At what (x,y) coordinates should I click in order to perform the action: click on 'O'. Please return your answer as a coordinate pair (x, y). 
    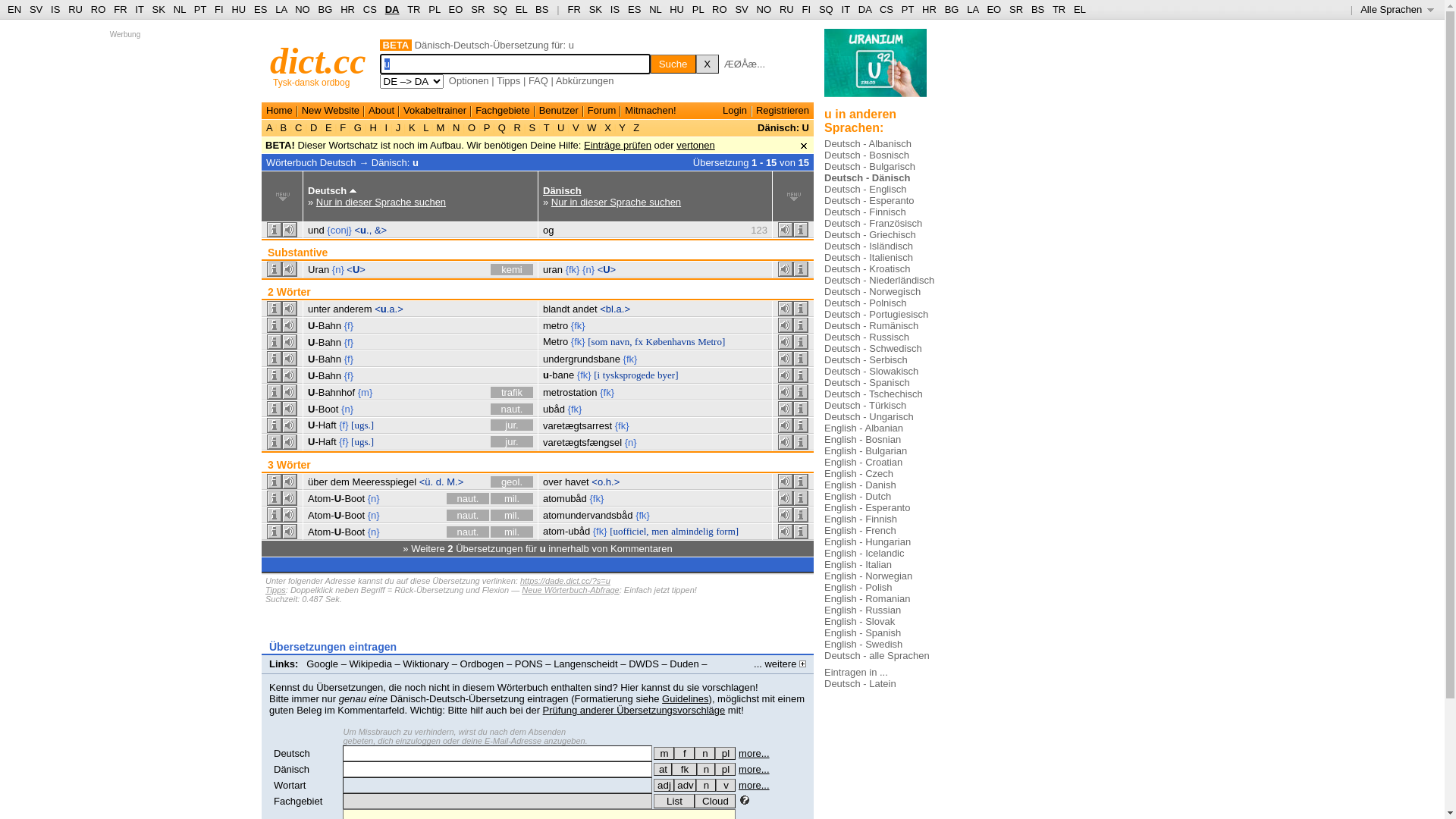
    Looking at the image, I should click on (470, 127).